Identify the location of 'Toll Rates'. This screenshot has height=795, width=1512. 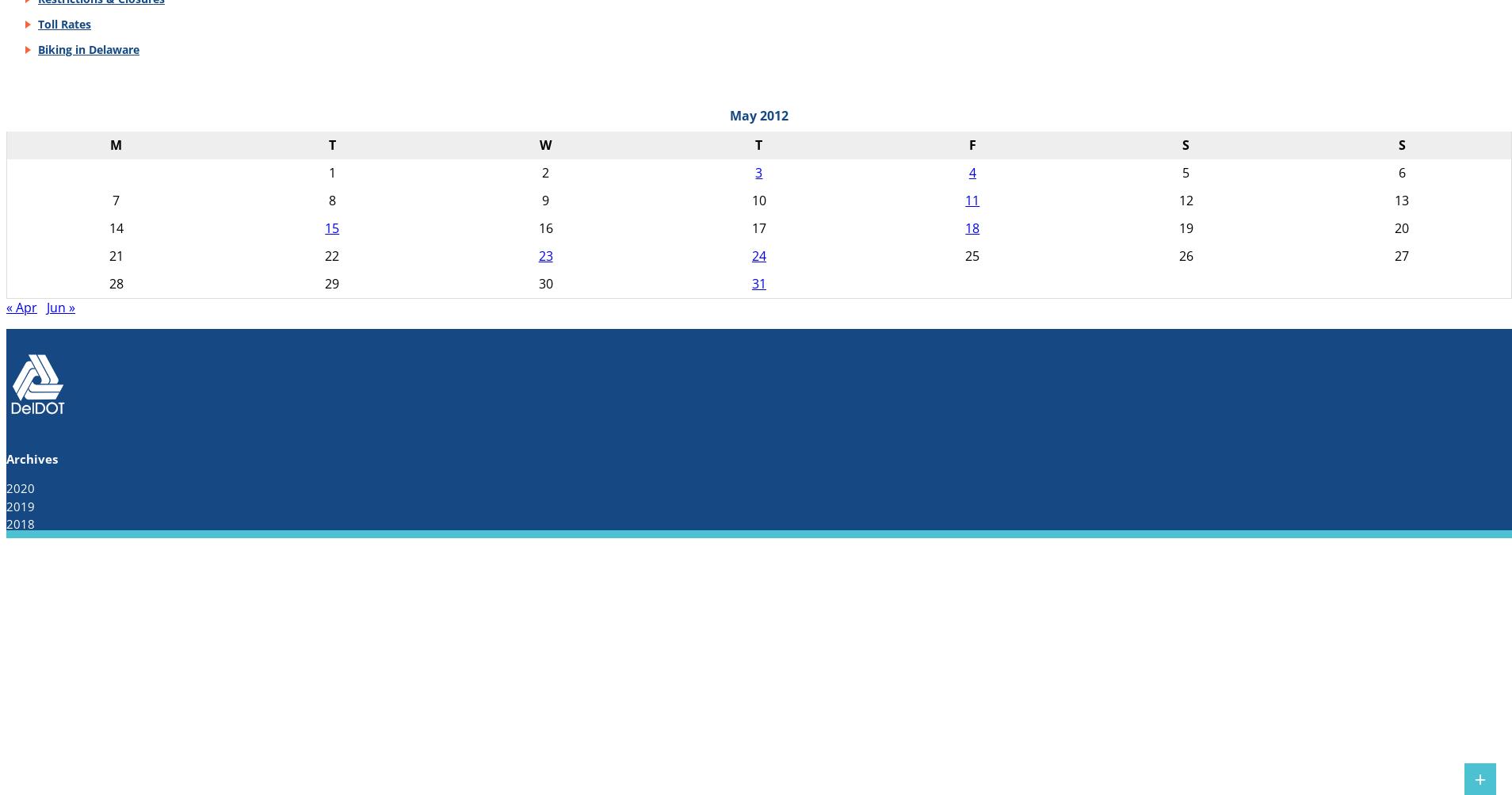
(63, 23).